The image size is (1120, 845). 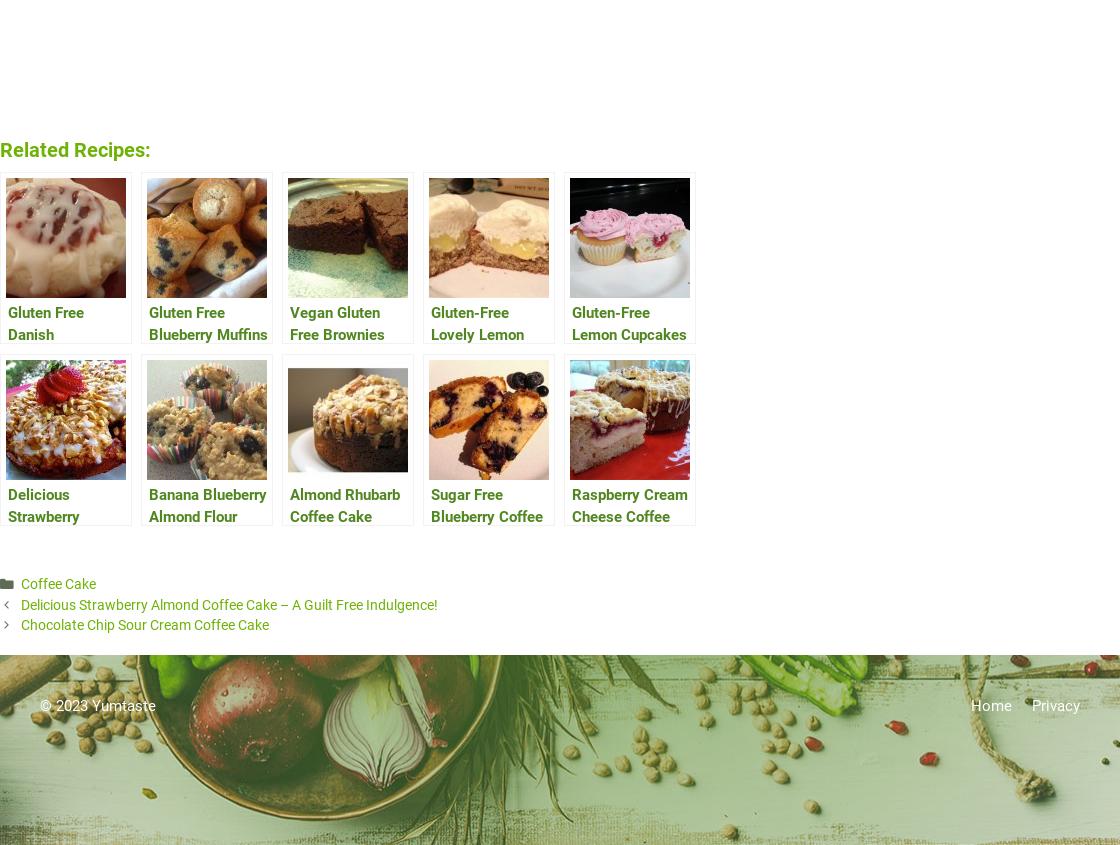 What do you see at coordinates (991, 704) in the screenshot?
I see `'Home'` at bounding box center [991, 704].